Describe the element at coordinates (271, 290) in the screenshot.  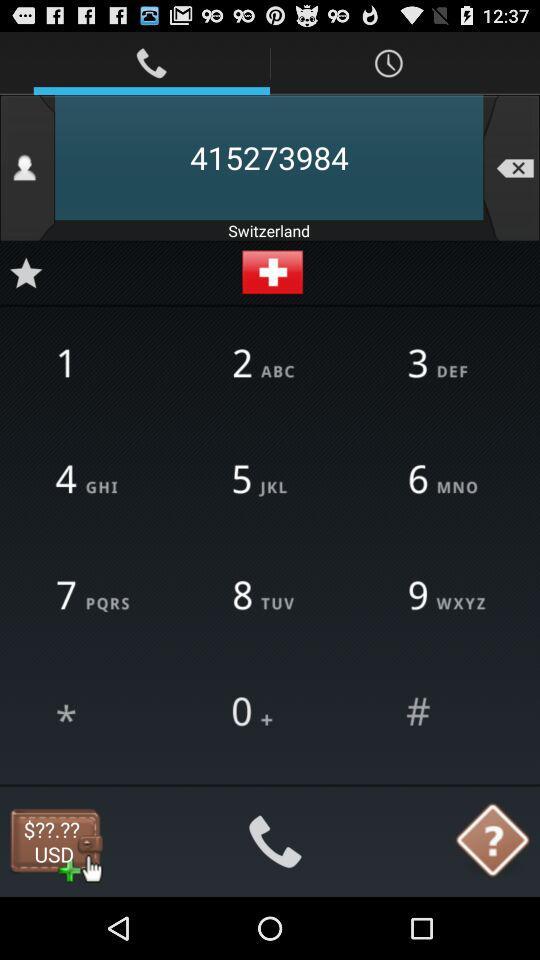
I see `the add icon` at that location.